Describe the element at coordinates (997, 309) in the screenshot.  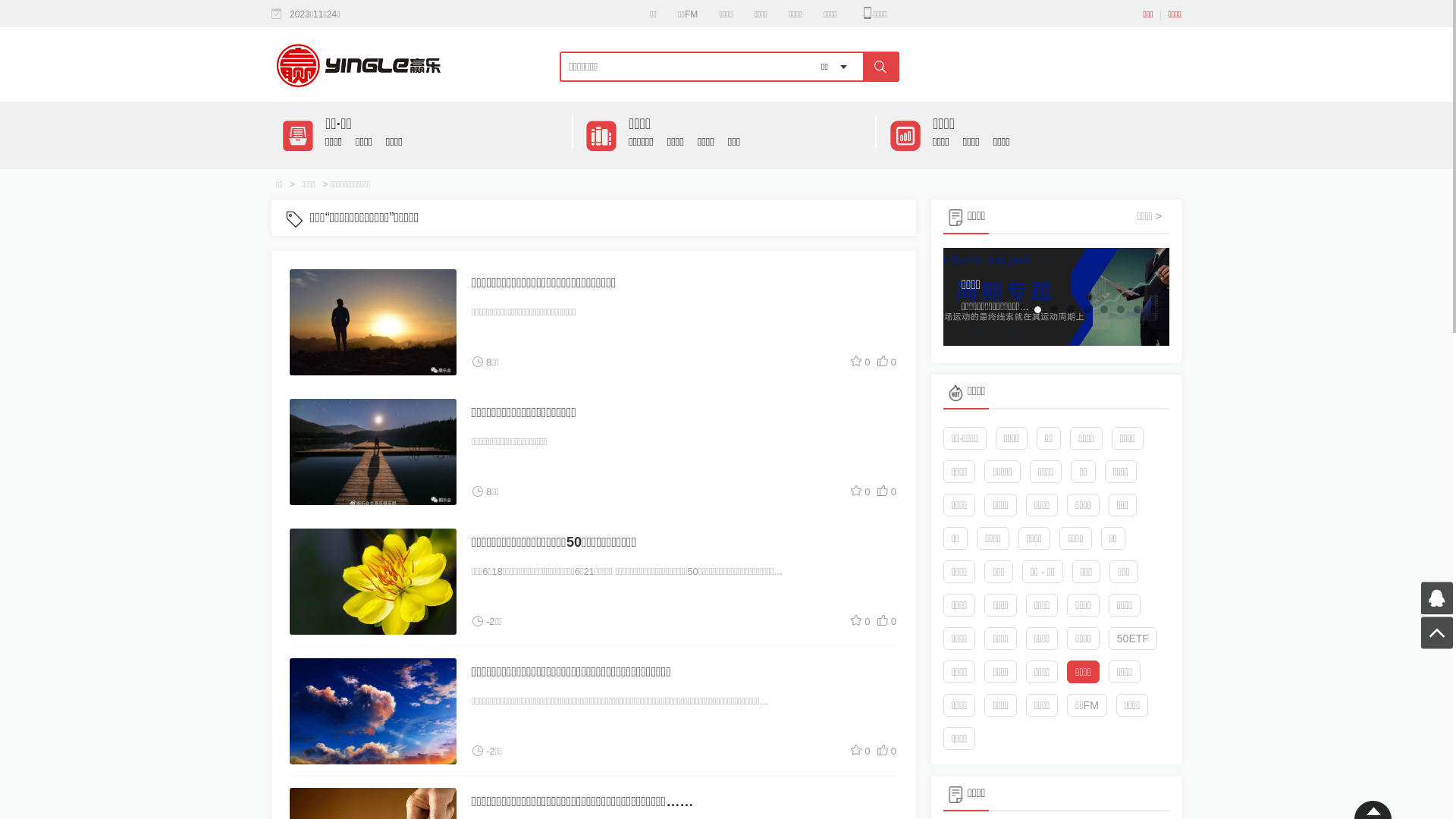
I see `'3'` at that location.